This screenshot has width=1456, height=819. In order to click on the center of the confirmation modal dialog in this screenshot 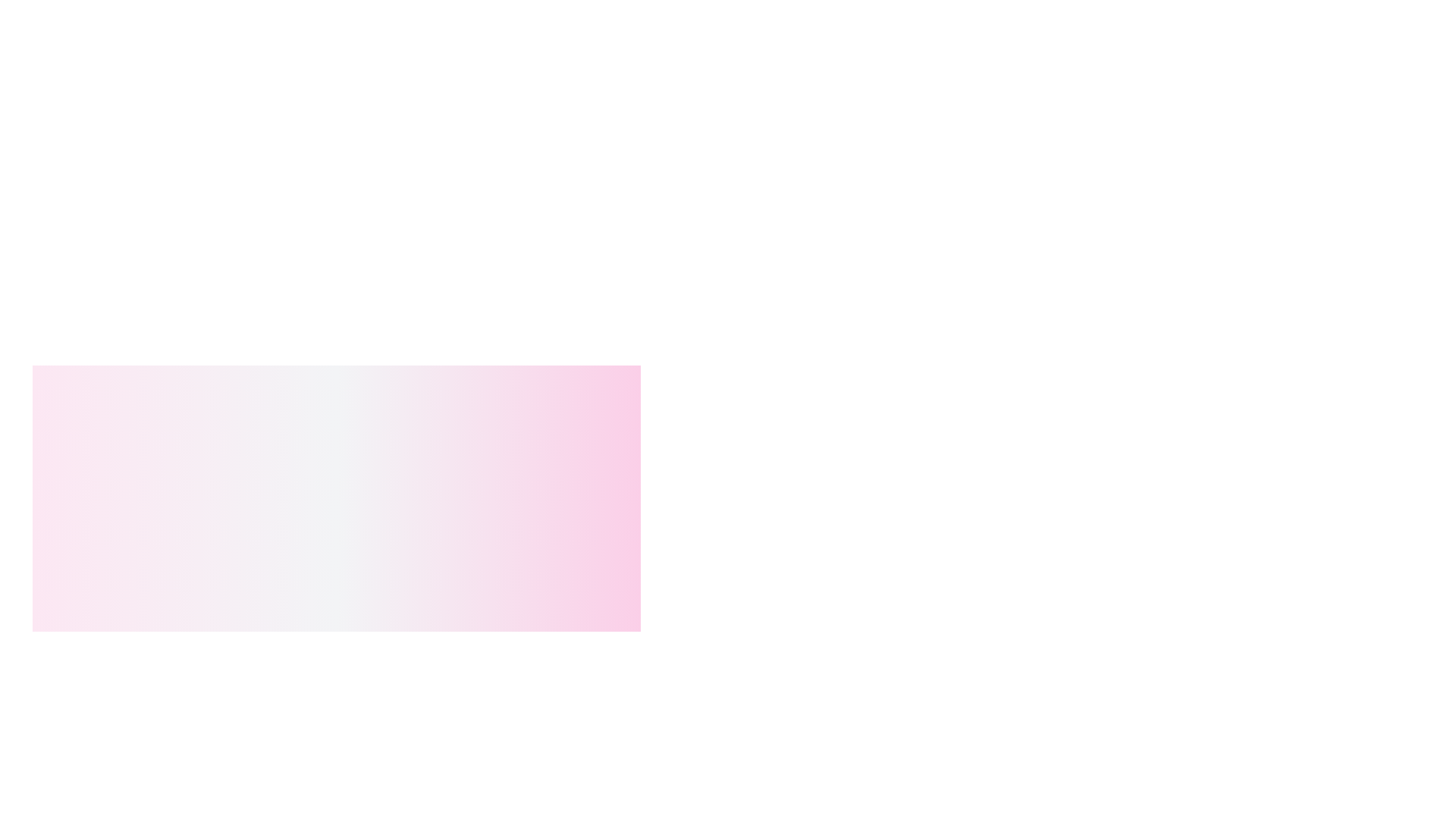, I will do `click(336, 488)`.